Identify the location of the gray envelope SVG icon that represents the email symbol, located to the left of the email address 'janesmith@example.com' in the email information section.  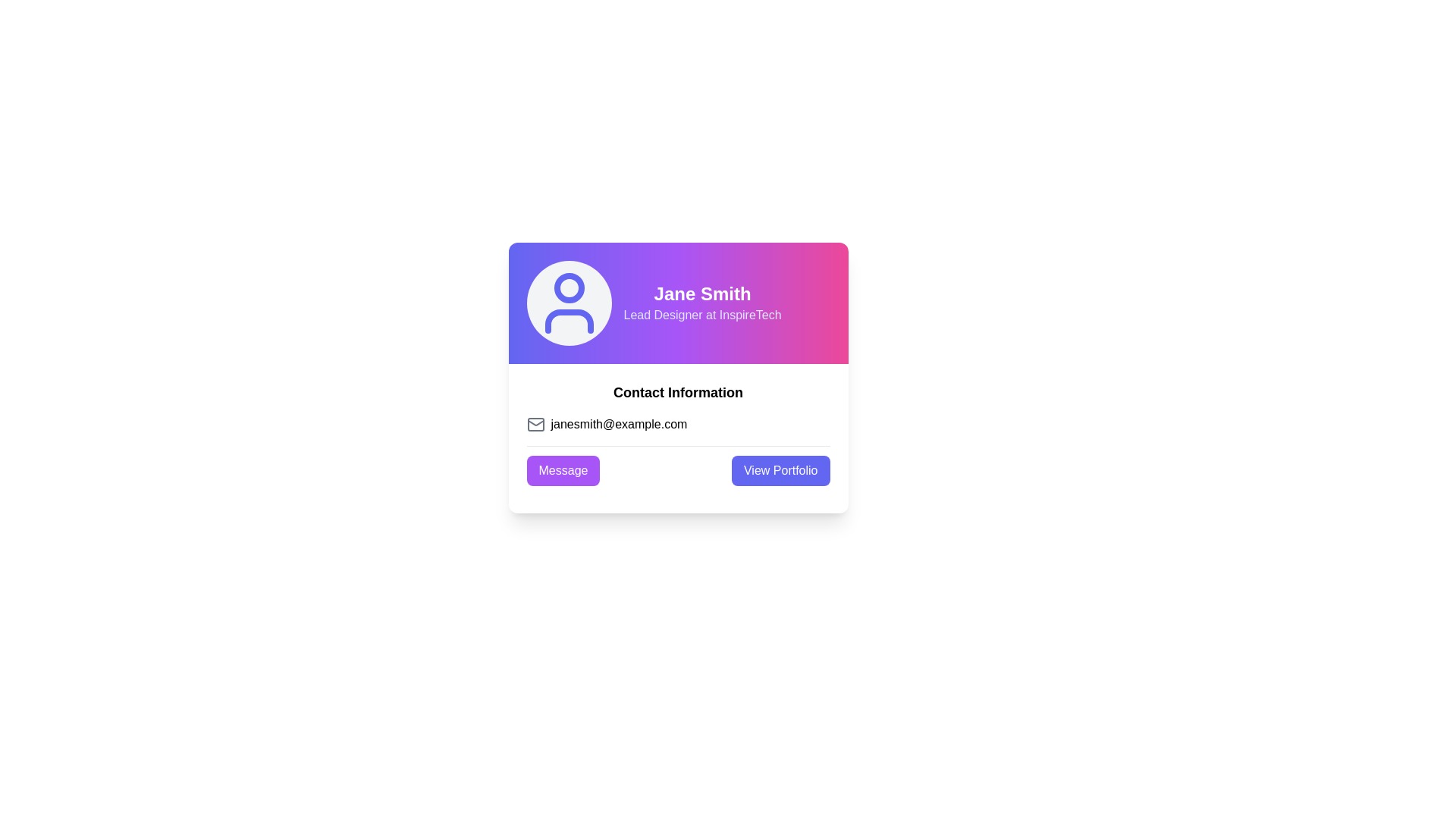
(535, 424).